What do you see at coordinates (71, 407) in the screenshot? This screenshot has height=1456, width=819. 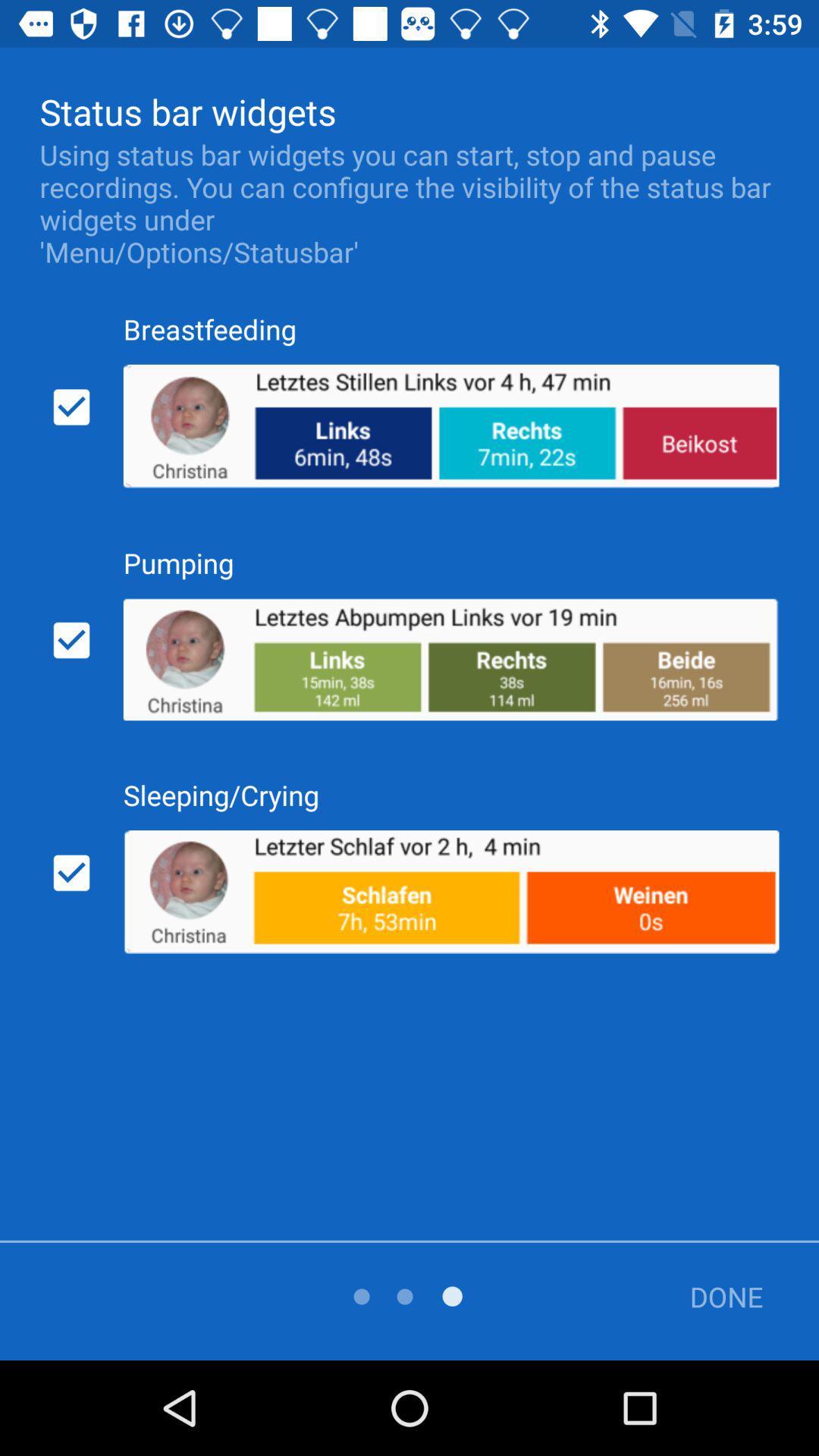 I see `click the checkbox` at bounding box center [71, 407].